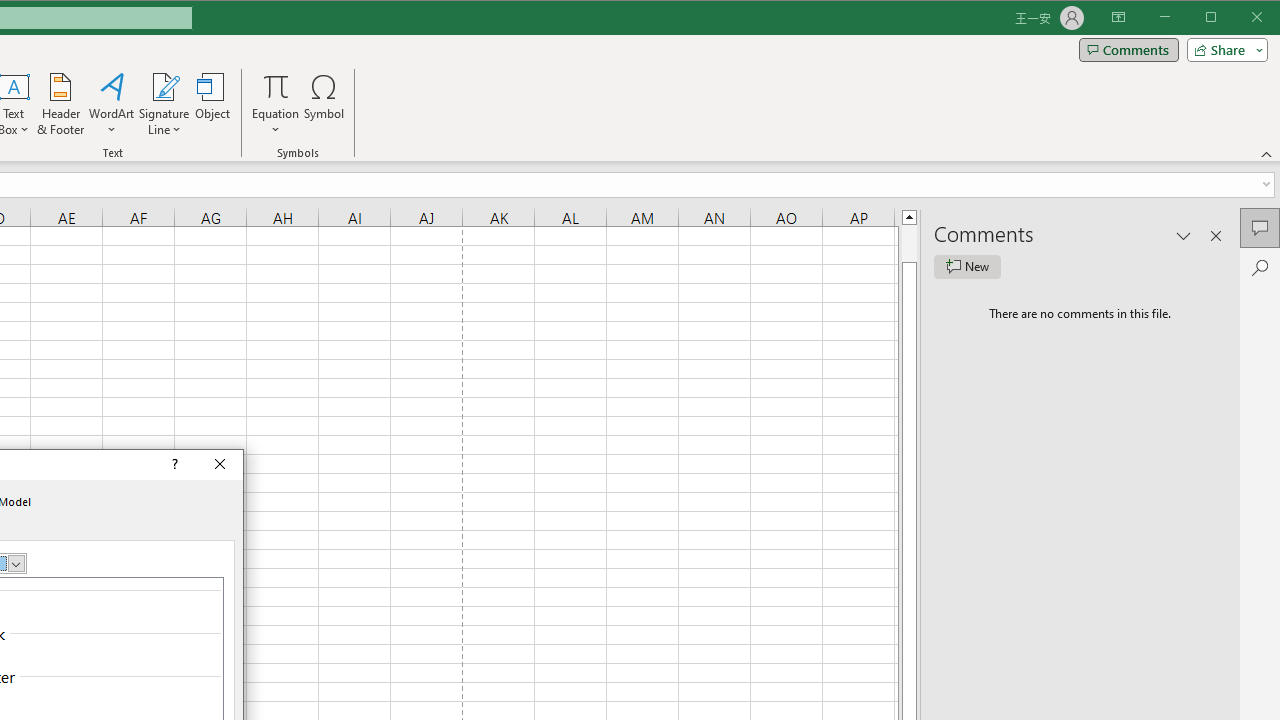 This screenshot has height=720, width=1280. Describe the element at coordinates (16, 563) in the screenshot. I see `'Open'` at that location.